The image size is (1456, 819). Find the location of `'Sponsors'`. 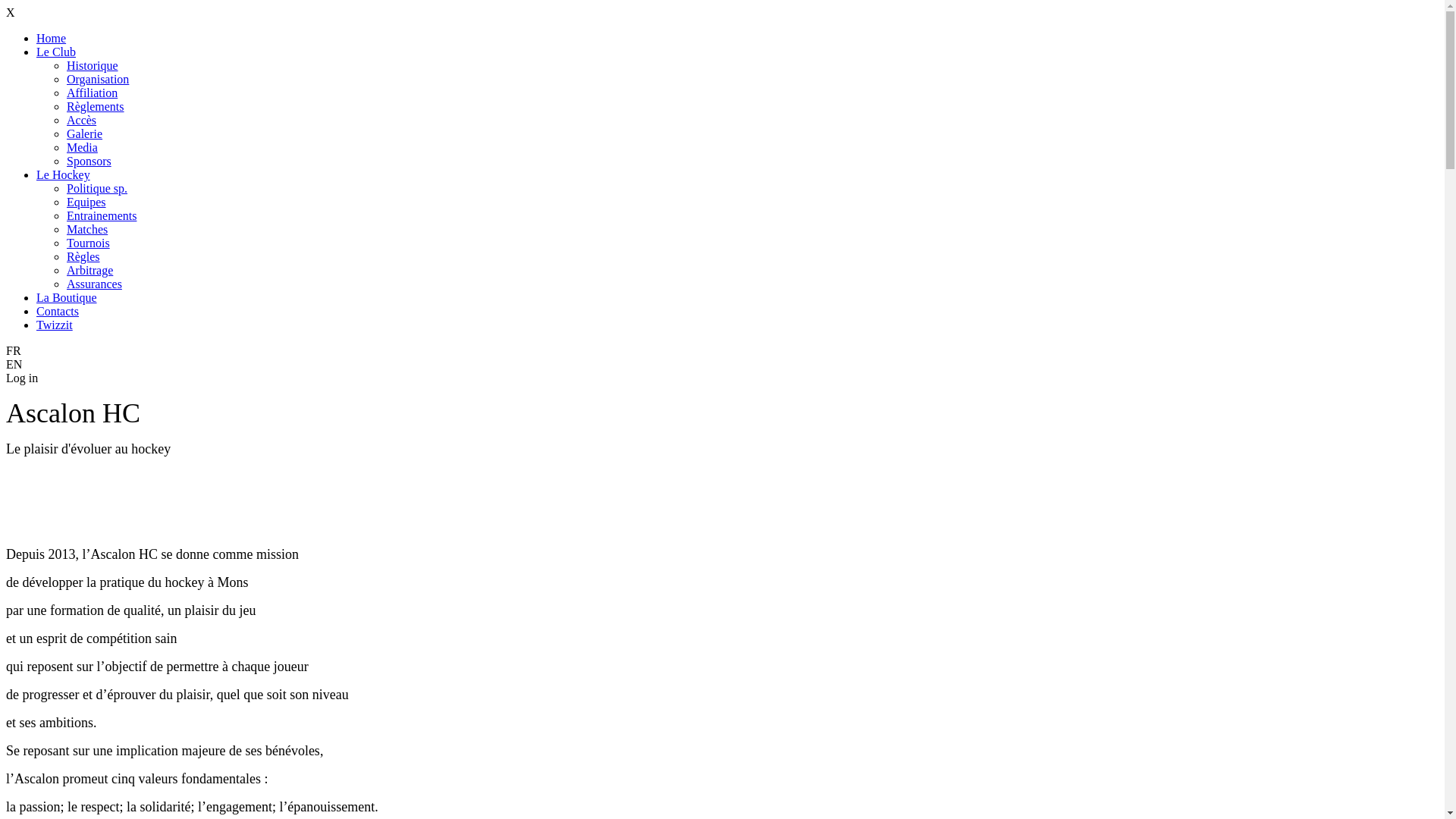

'Sponsors' is located at coordinates (65, 161).